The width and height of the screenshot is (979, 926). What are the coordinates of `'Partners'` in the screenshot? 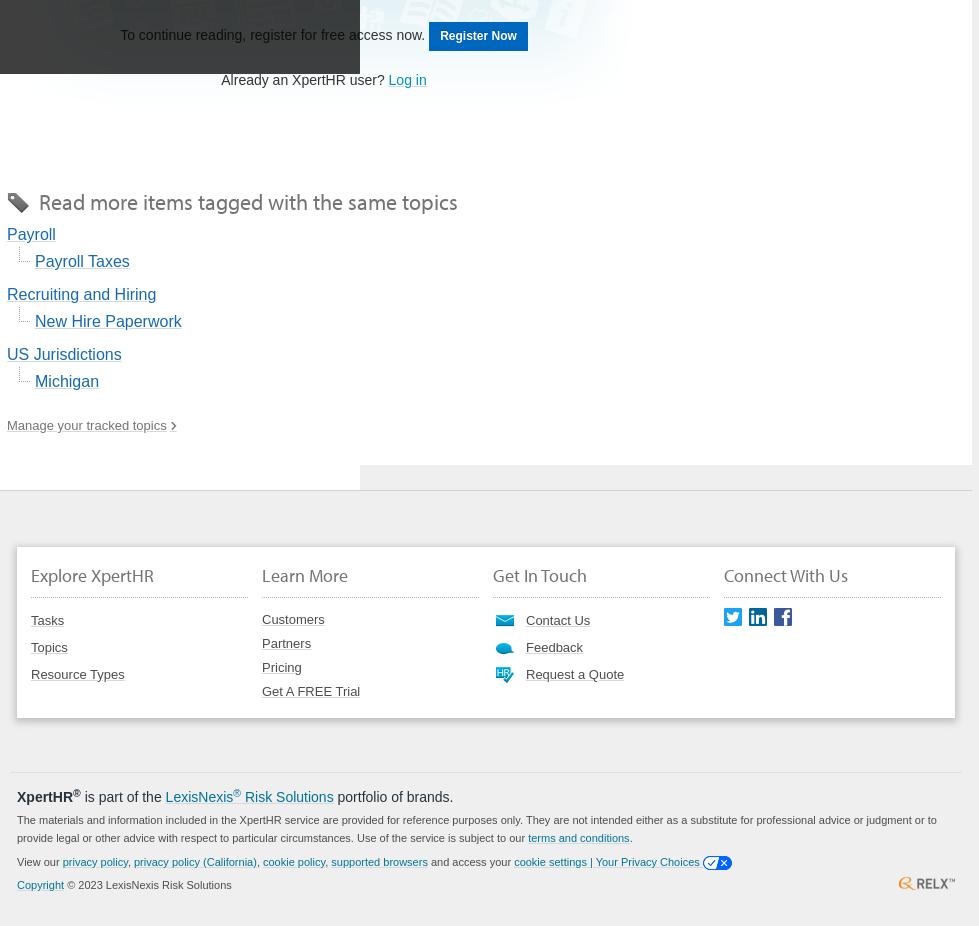 It's located at (286, 641).